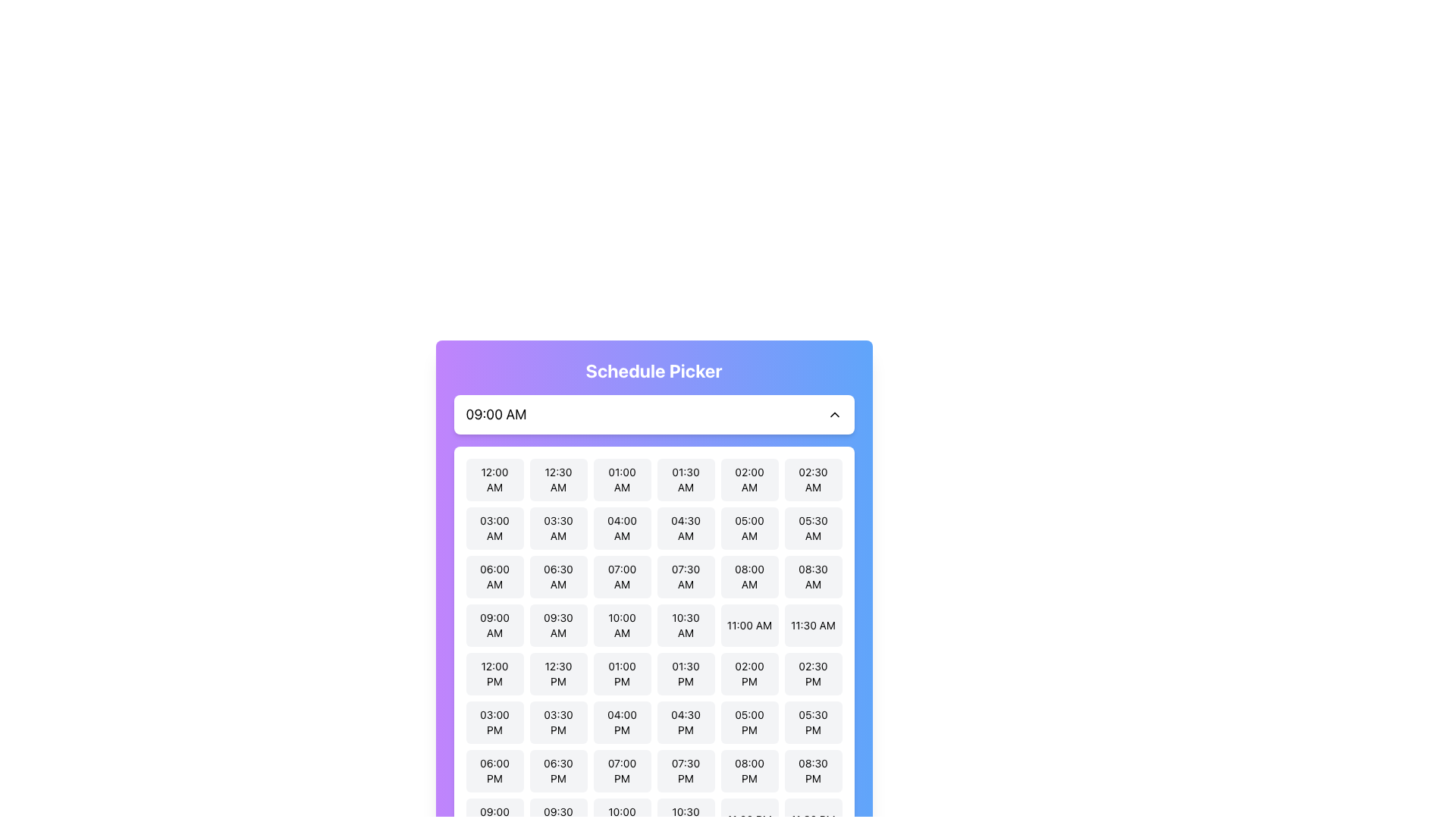 This screenshot has height=819, width=1456. I want to click on the rectangular button labeled '03:30 AM' in the schedule grid, so click(557, 528).